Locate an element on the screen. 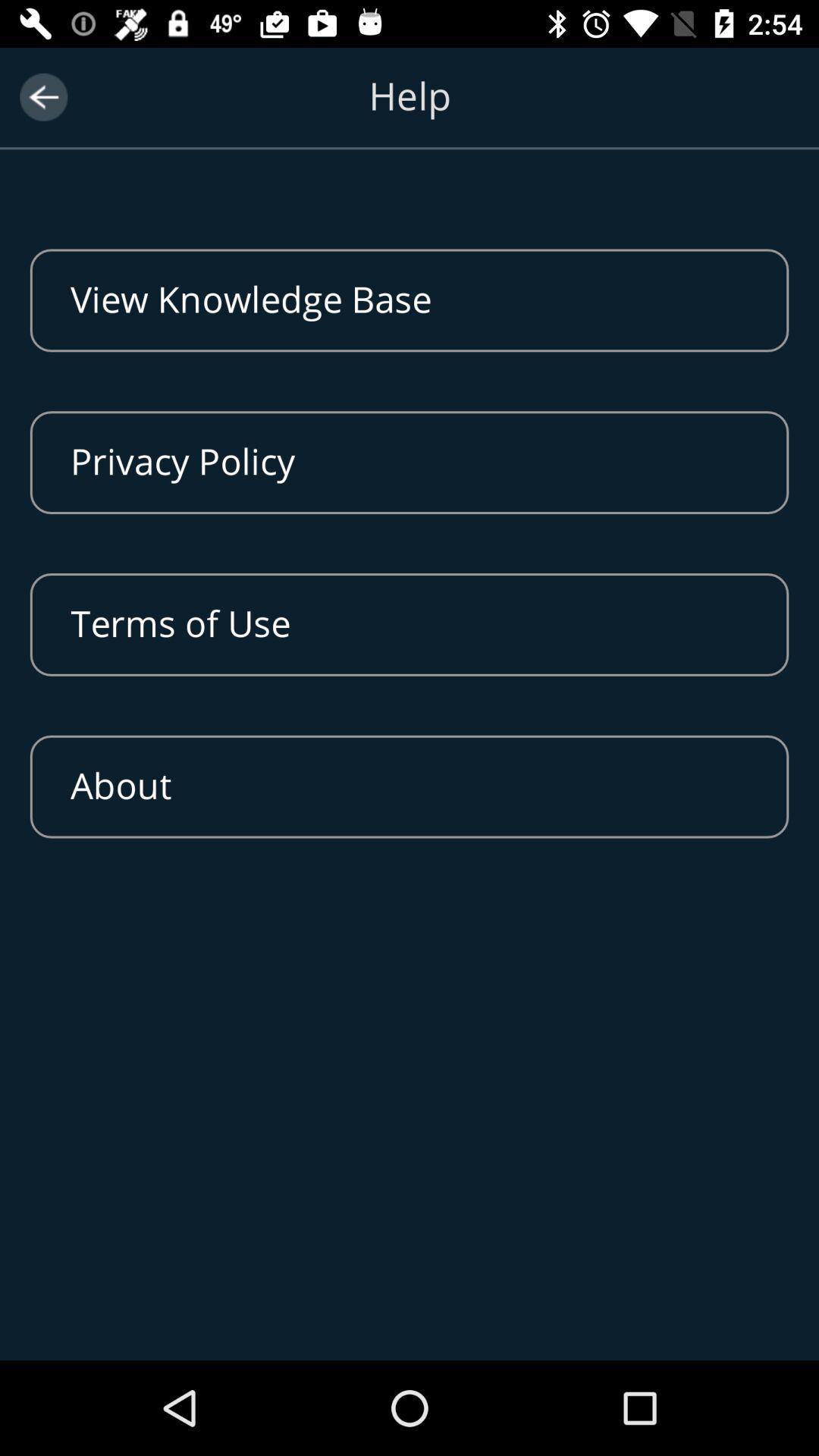 The width and height of the screenshot is (819, 1456). the button on the top left corner of the web page is located at coordinates (42, 96).